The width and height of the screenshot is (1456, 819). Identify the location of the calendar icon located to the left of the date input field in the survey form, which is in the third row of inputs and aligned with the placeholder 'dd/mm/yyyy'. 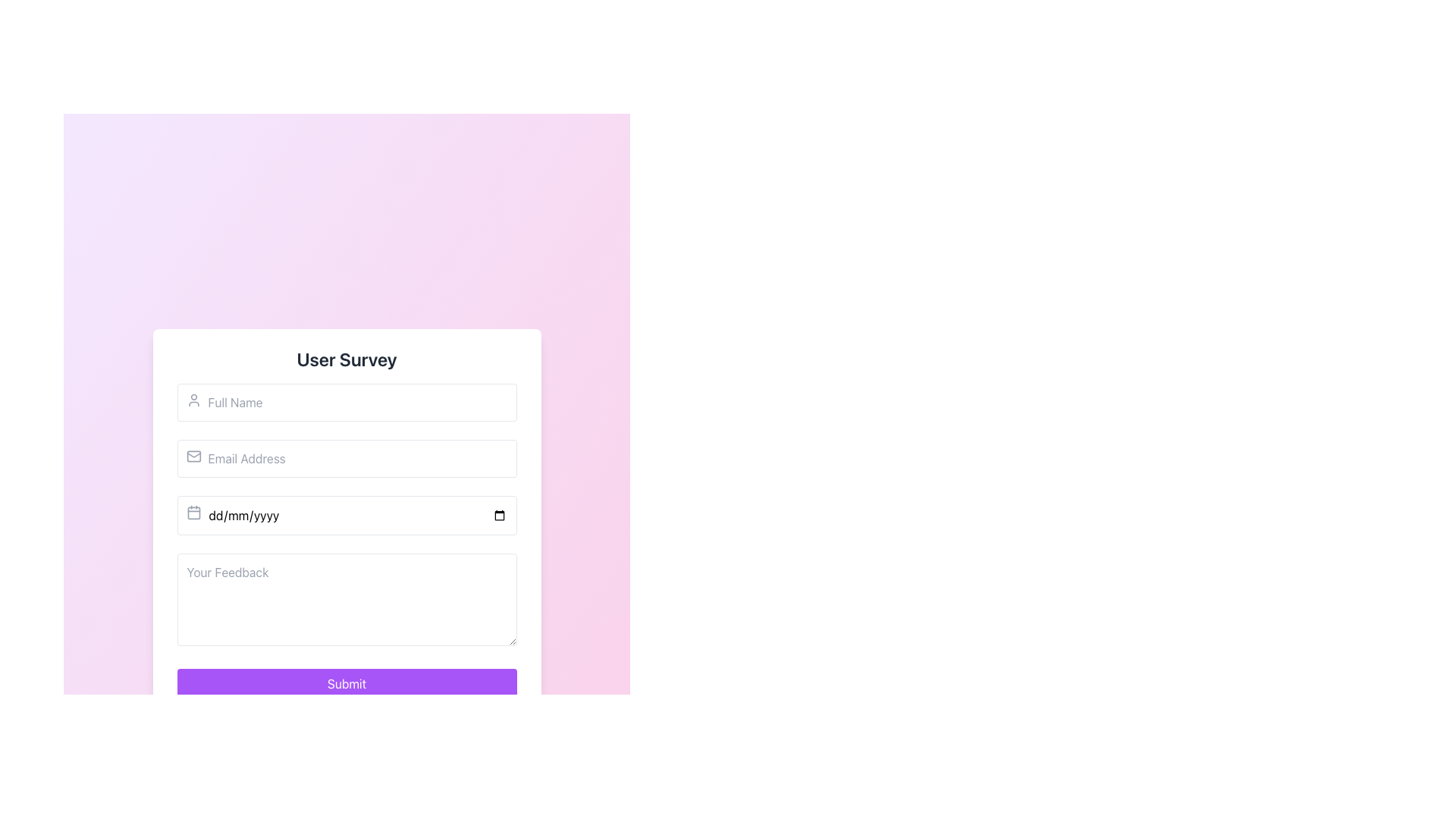
(193, 512).